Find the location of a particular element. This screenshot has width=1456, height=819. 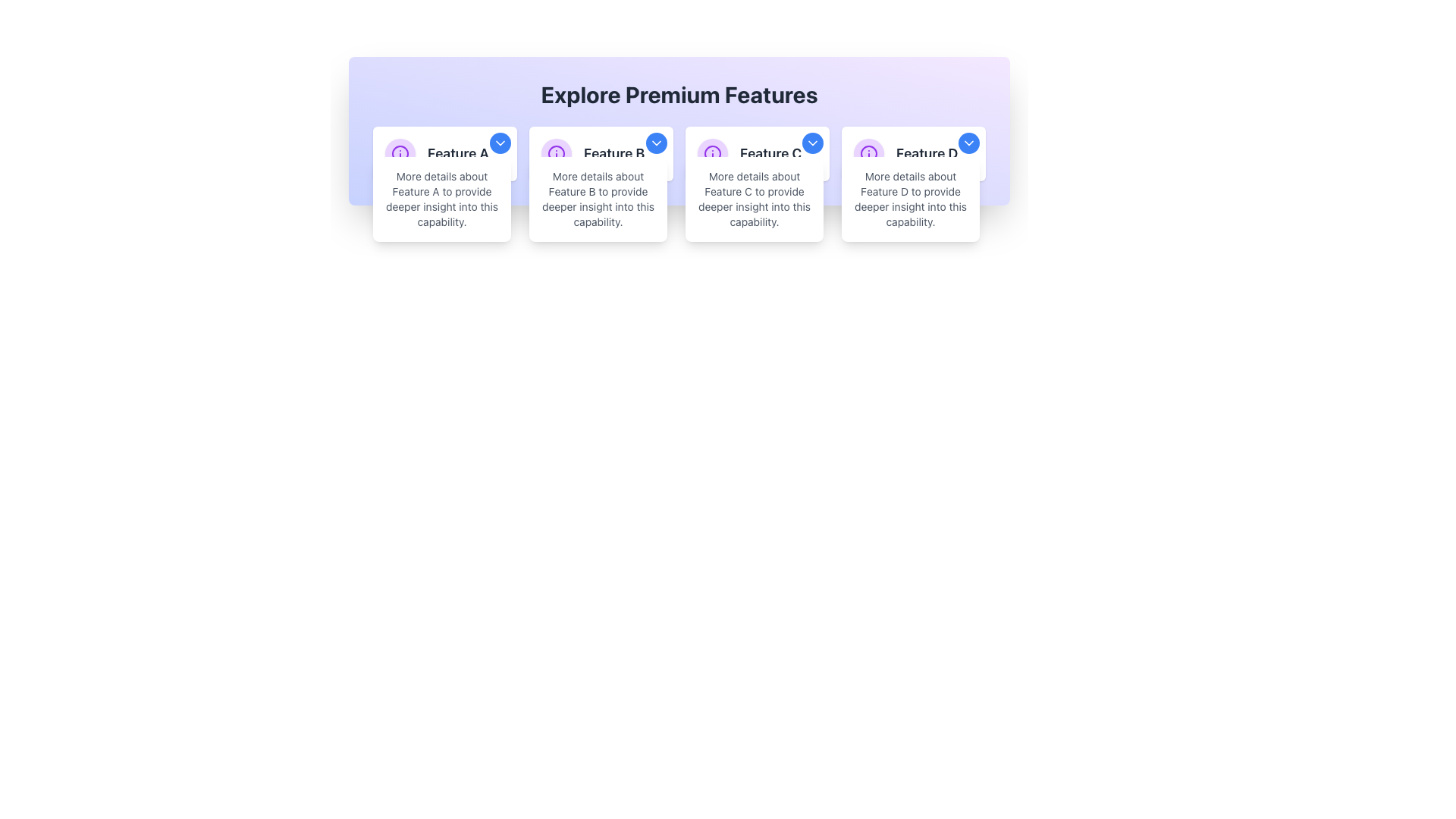

the static text label containing the description 'More details about Feature A to provide deeper insight into this capability.' which is located below the header 'Feature A' is located at coordinates (441, 198).